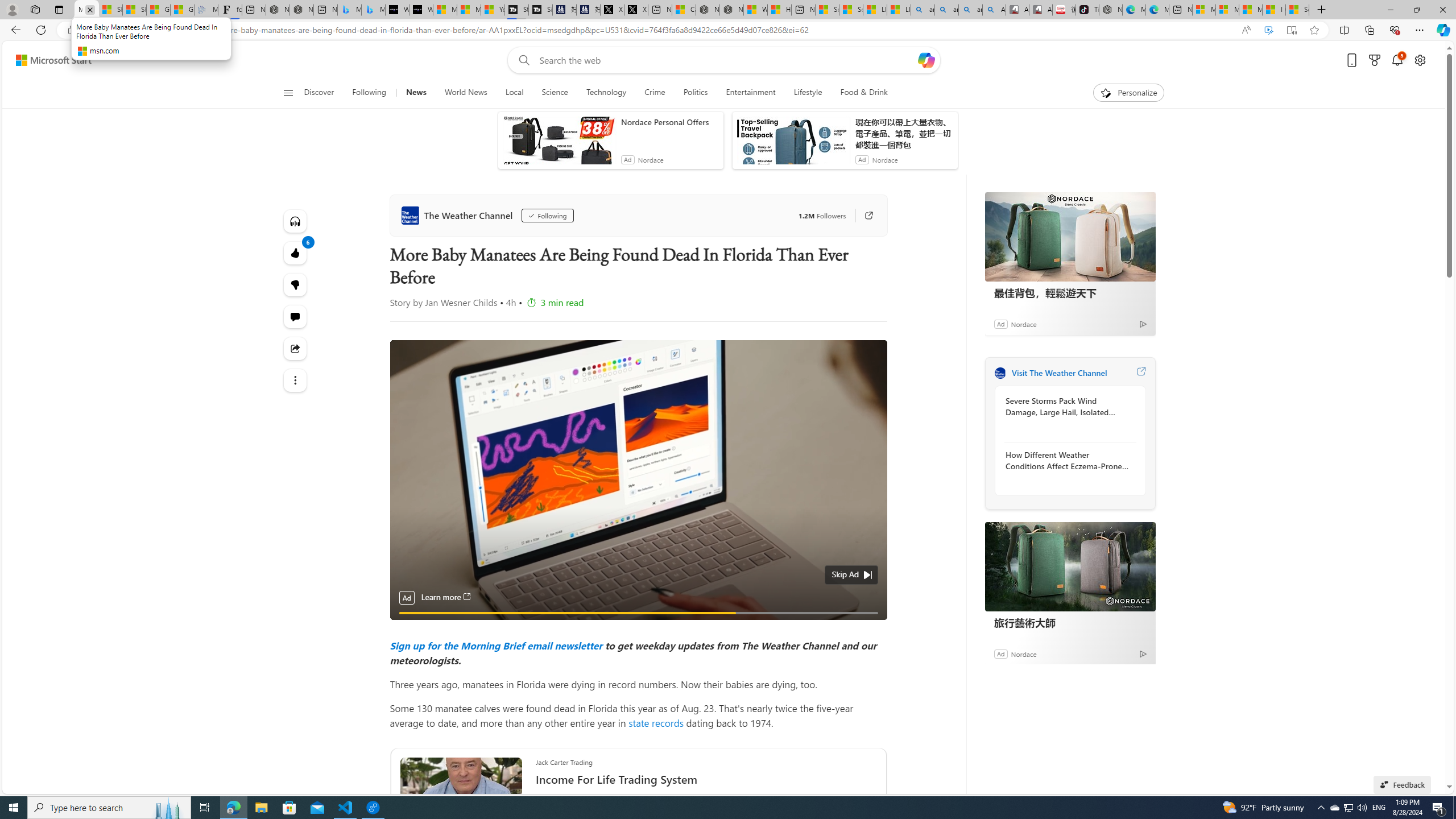 This screenshot has width=1456, height=819. What do you see at coordinates (859, 92) in the screenshot?
I see `'Food & Drink'` at bounding box center [859, 92].